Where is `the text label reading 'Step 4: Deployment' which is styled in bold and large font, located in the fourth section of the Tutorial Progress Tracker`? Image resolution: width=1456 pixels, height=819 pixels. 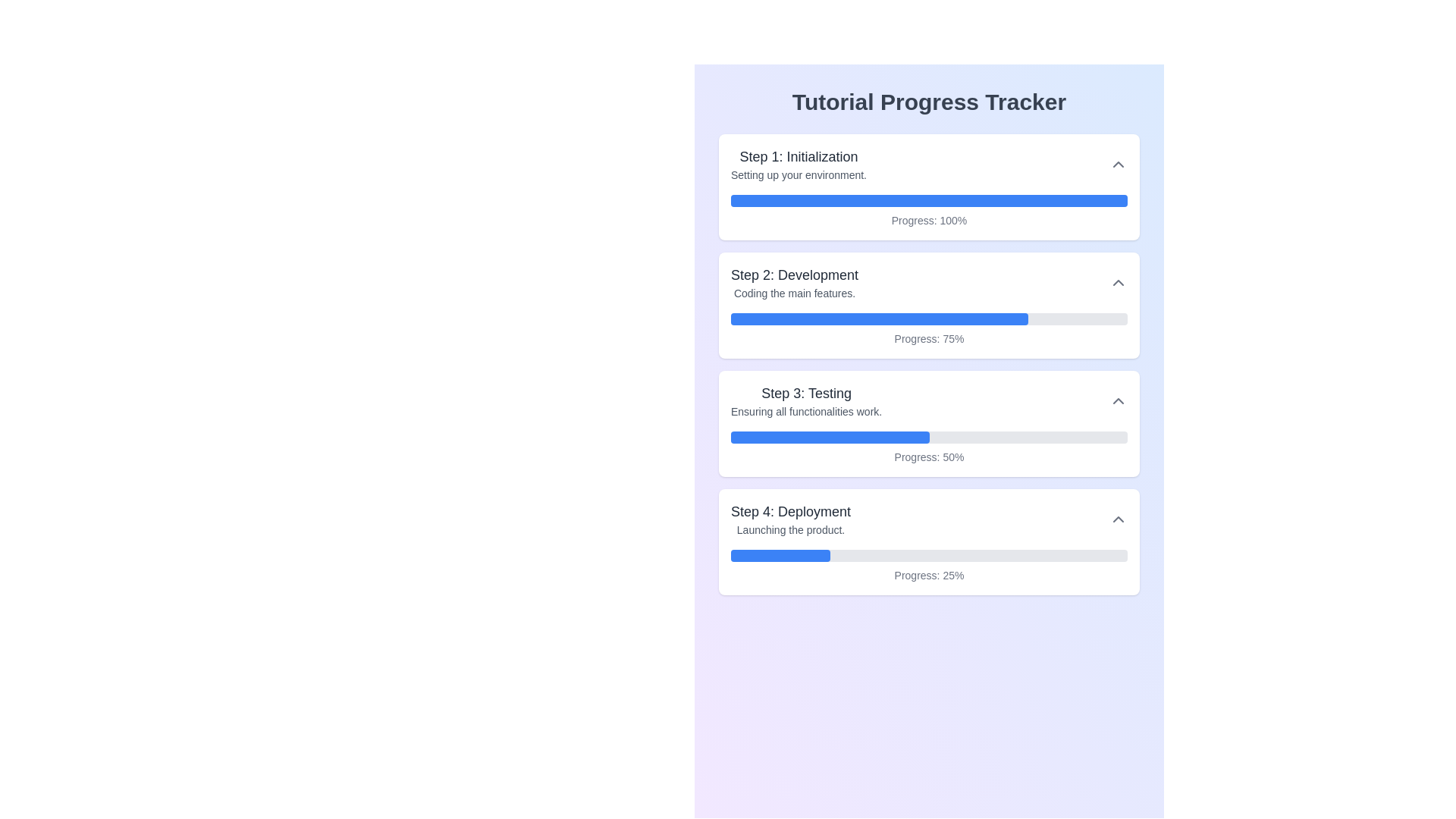
the text label reading 'Step 4: Deployment' which is styled in bold and large font, located in the fourth section of the Tutorial Progress Tracker is located at coordinates (790, 512).